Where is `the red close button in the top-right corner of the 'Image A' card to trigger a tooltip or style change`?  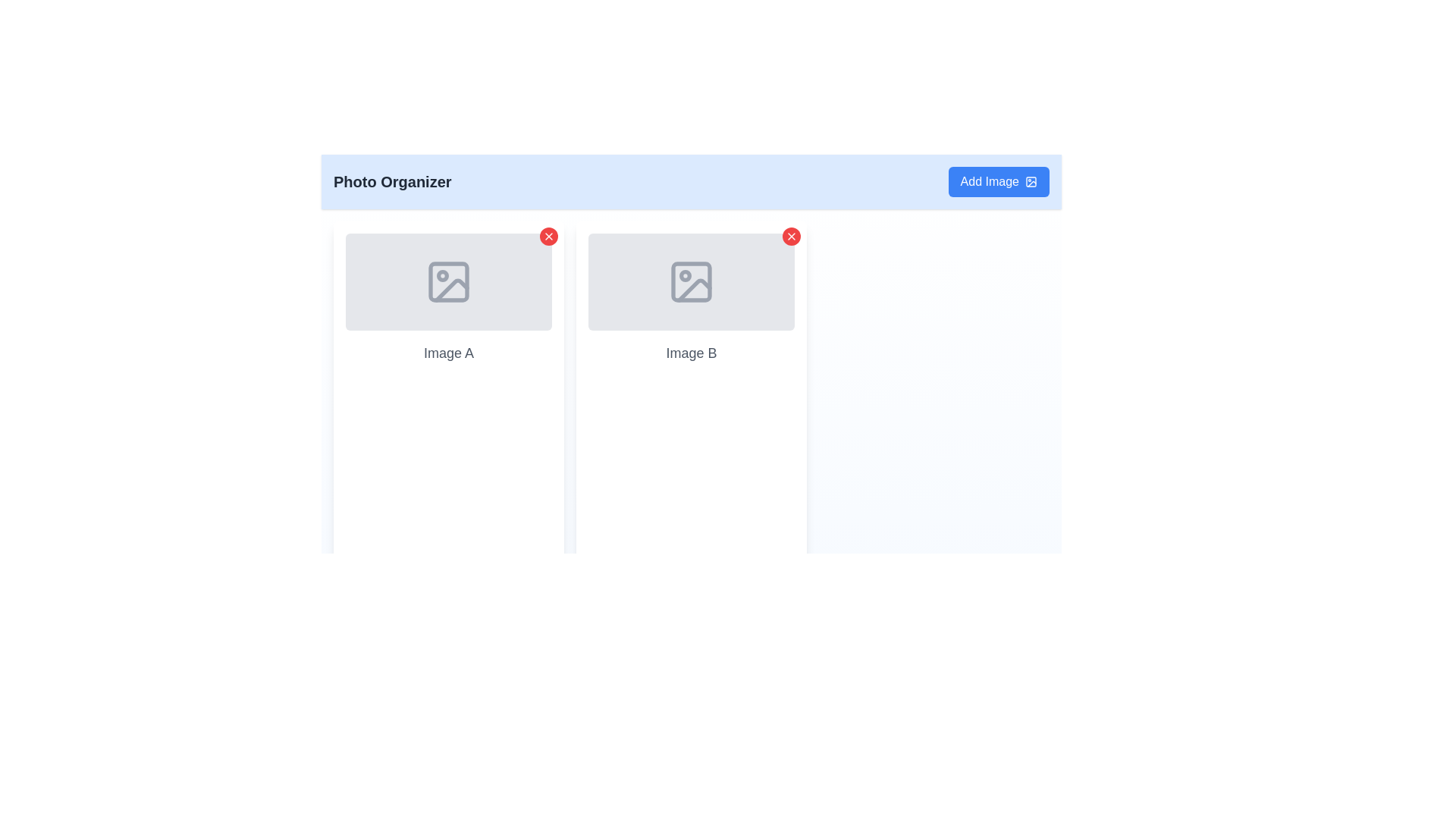
the red close button in the top-right corner of the 'Image A' card to trigger a tooltip or style change is located at coordinates (548, 237).